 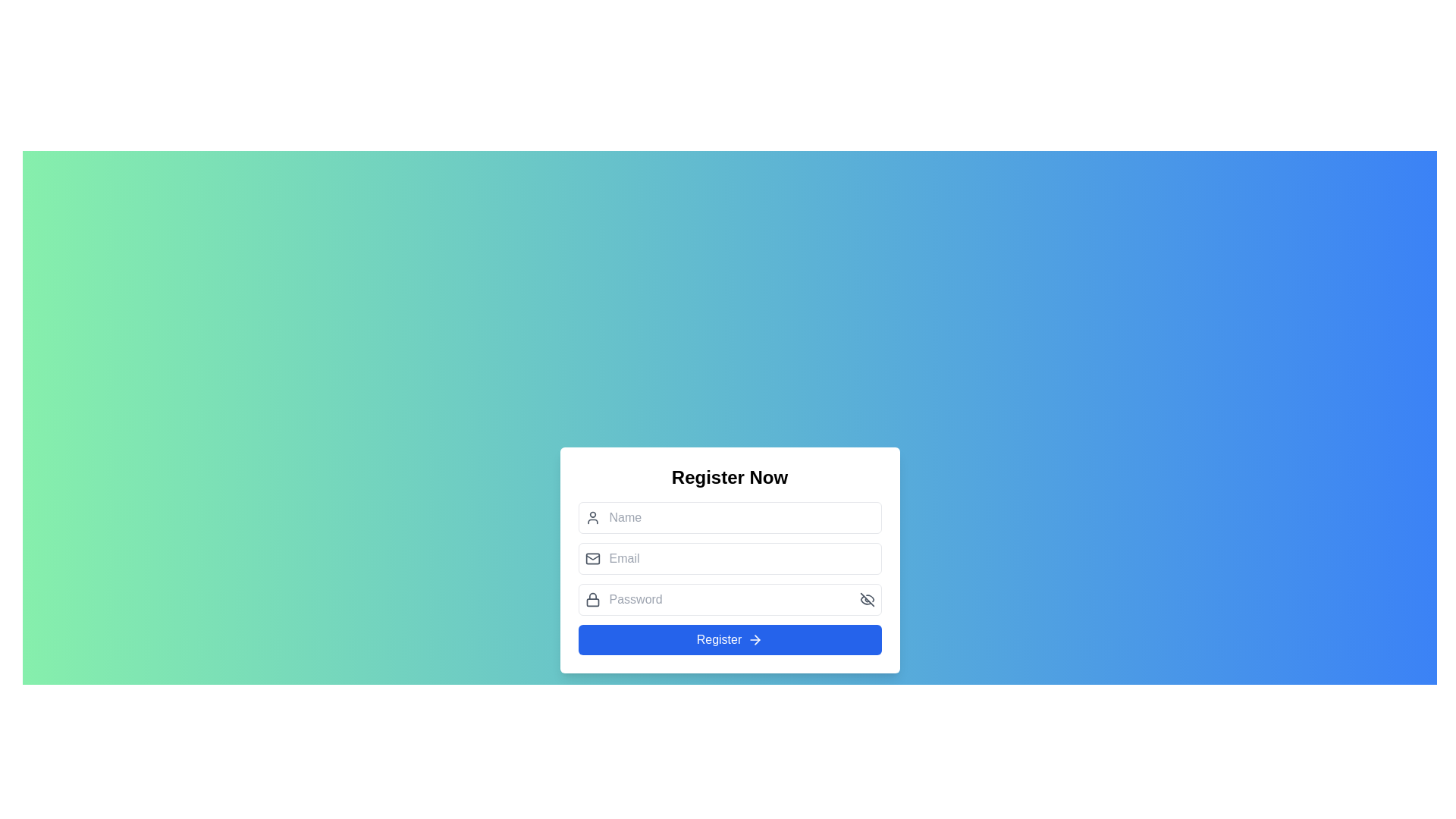 What do you see at coordinates (730, 558) in the screenshot?
I see `the Email input field within the 'Register Now' box` at bounding box center [730, 558].